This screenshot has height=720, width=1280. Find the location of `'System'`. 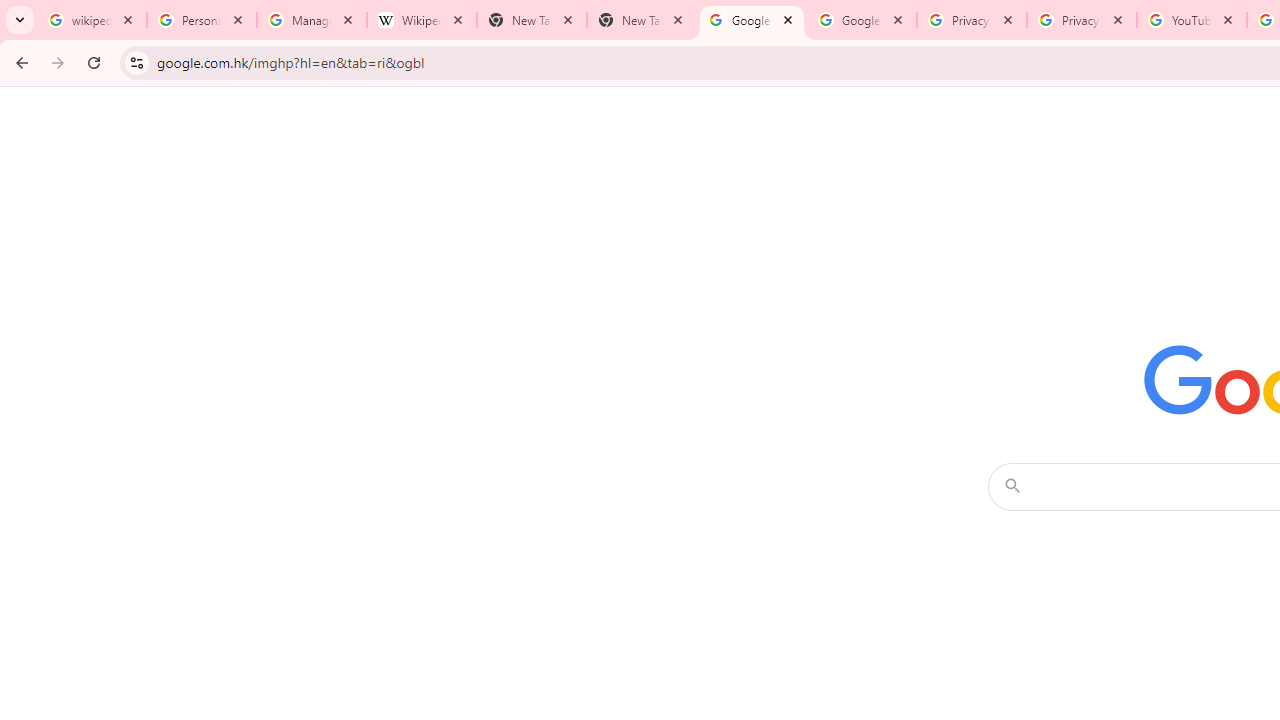

'System' is located at coordinates (10, 11).